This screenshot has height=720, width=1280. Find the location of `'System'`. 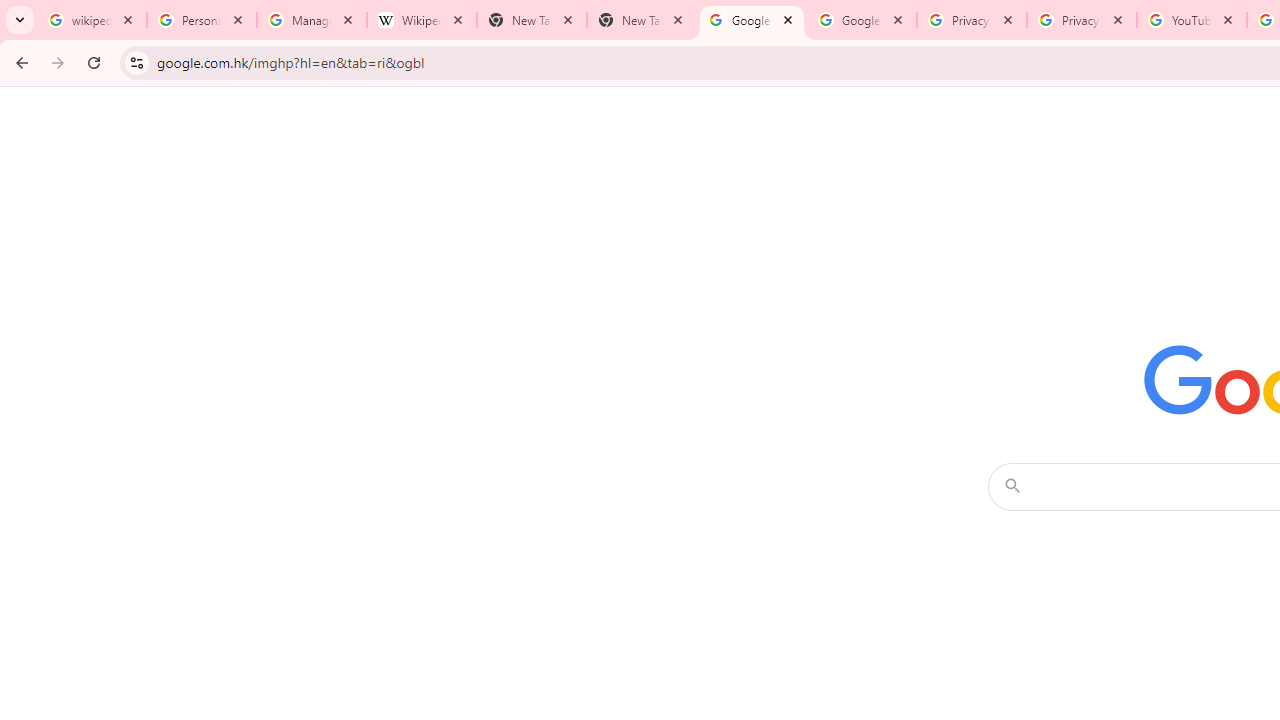

'System' is located at coordinates (10, 11).